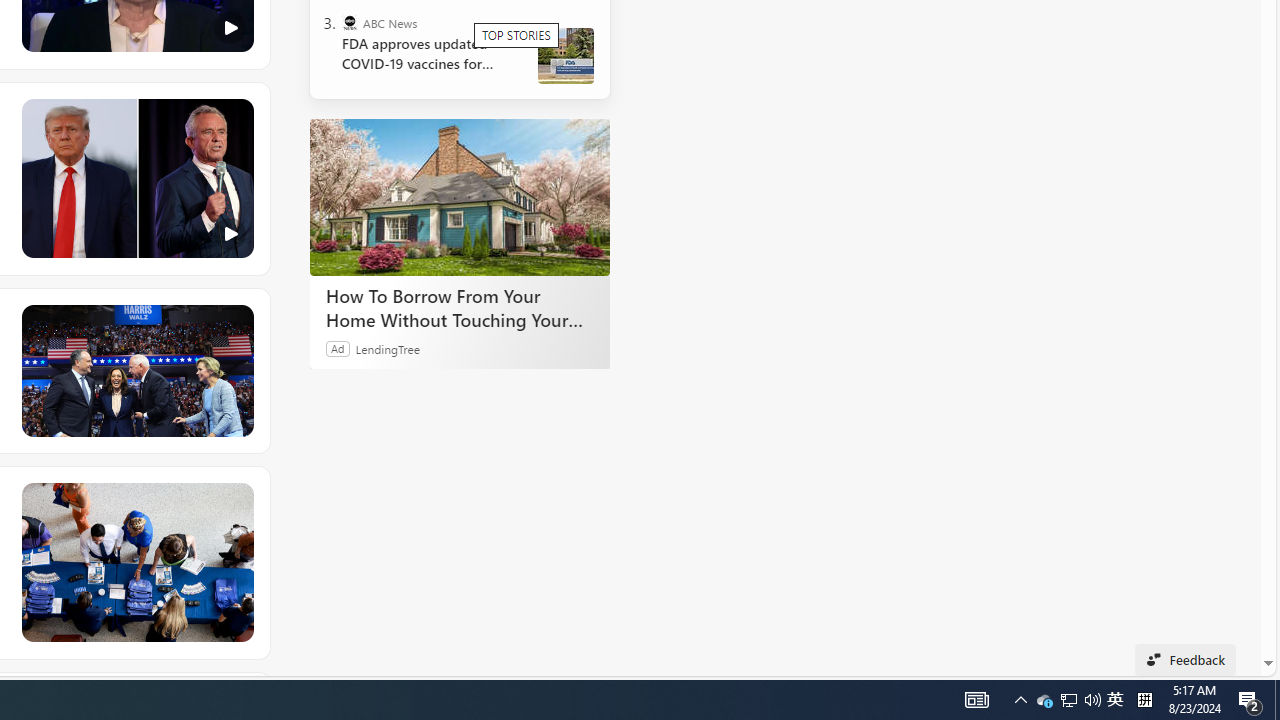  I want to click on 'ABC News', so click(350, 23).